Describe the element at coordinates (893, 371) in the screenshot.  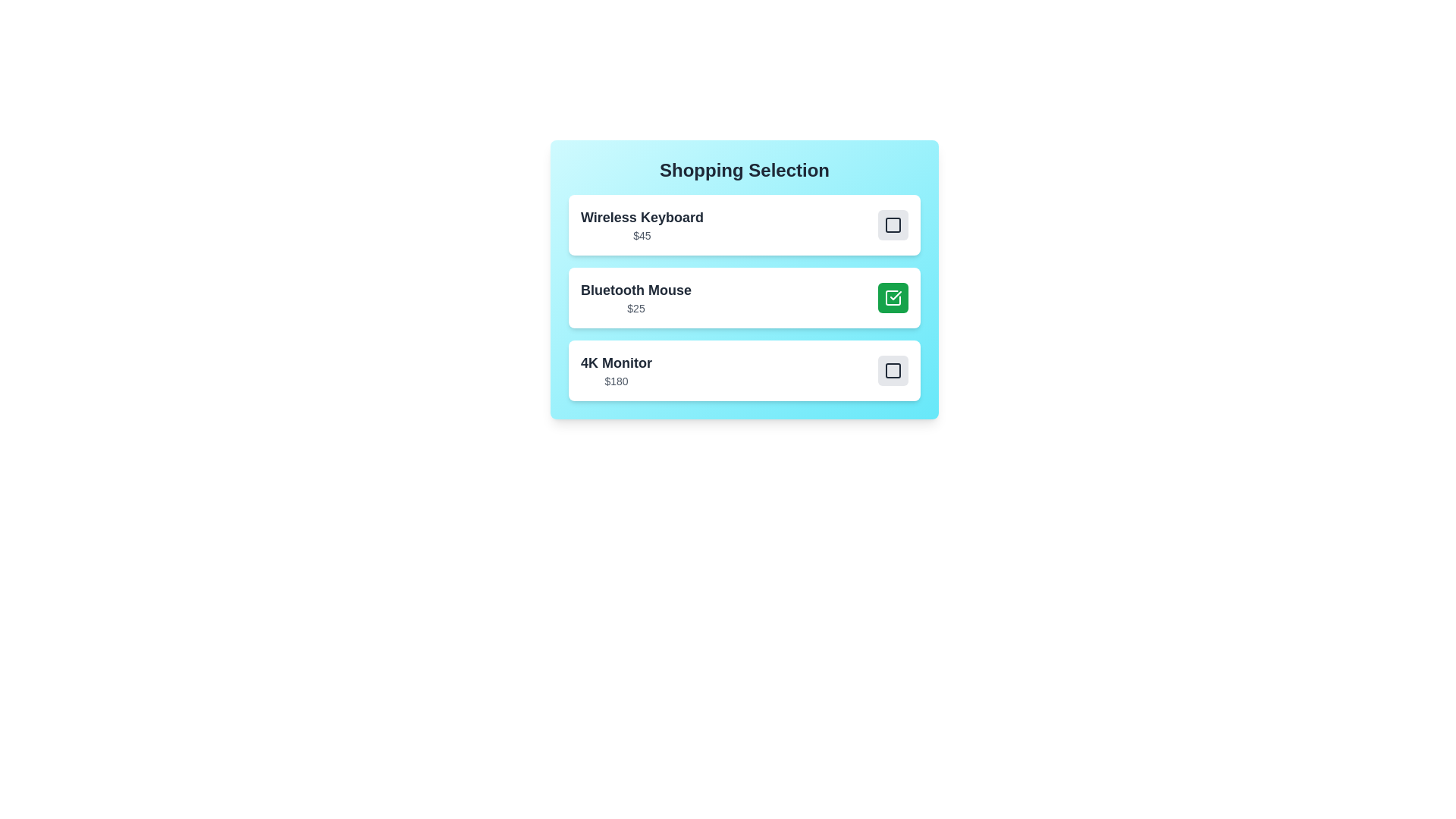
I see `the unselected checkbox for the '4K Monitor' entry in the bottom right corner of the associated box` at that location.